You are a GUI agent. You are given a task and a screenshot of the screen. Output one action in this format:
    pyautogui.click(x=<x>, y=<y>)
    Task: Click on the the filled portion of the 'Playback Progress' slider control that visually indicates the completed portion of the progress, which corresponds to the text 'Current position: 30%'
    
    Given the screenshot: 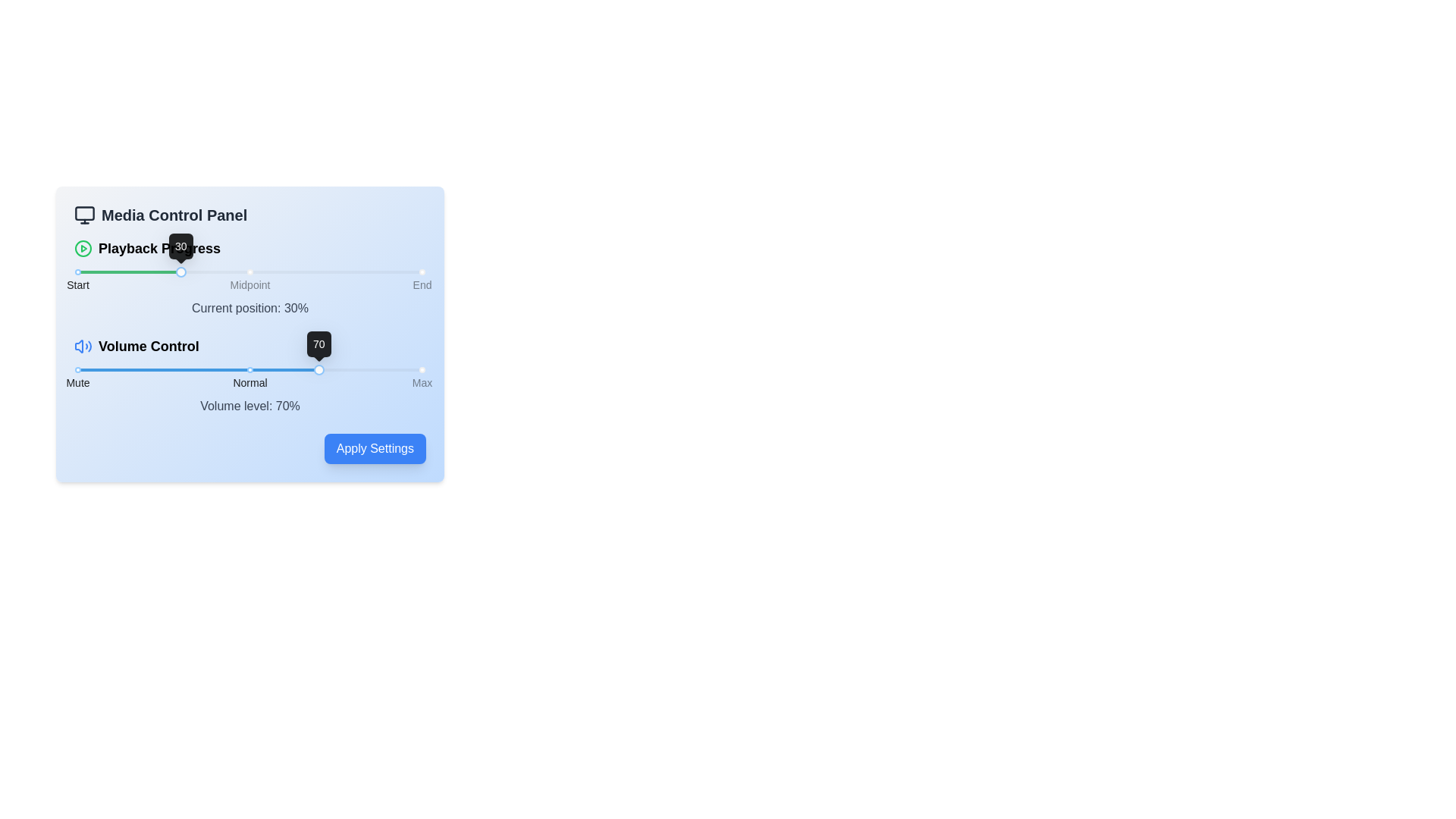 What is the action you would take?
    pyautogui.click(x=130, y=271)
    